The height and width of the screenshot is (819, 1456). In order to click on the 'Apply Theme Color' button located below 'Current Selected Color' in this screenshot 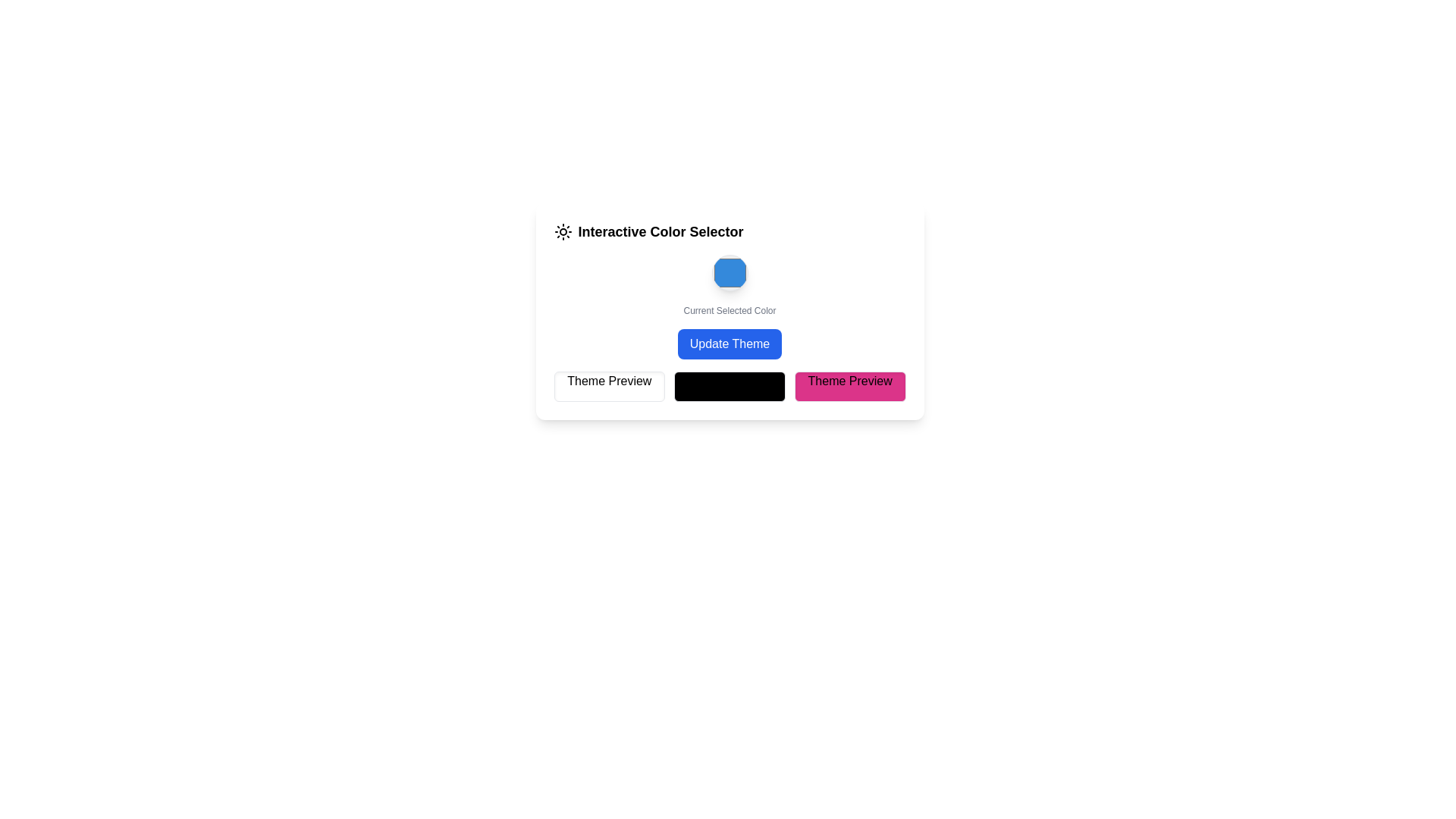, I will do `click(730, 344)`.